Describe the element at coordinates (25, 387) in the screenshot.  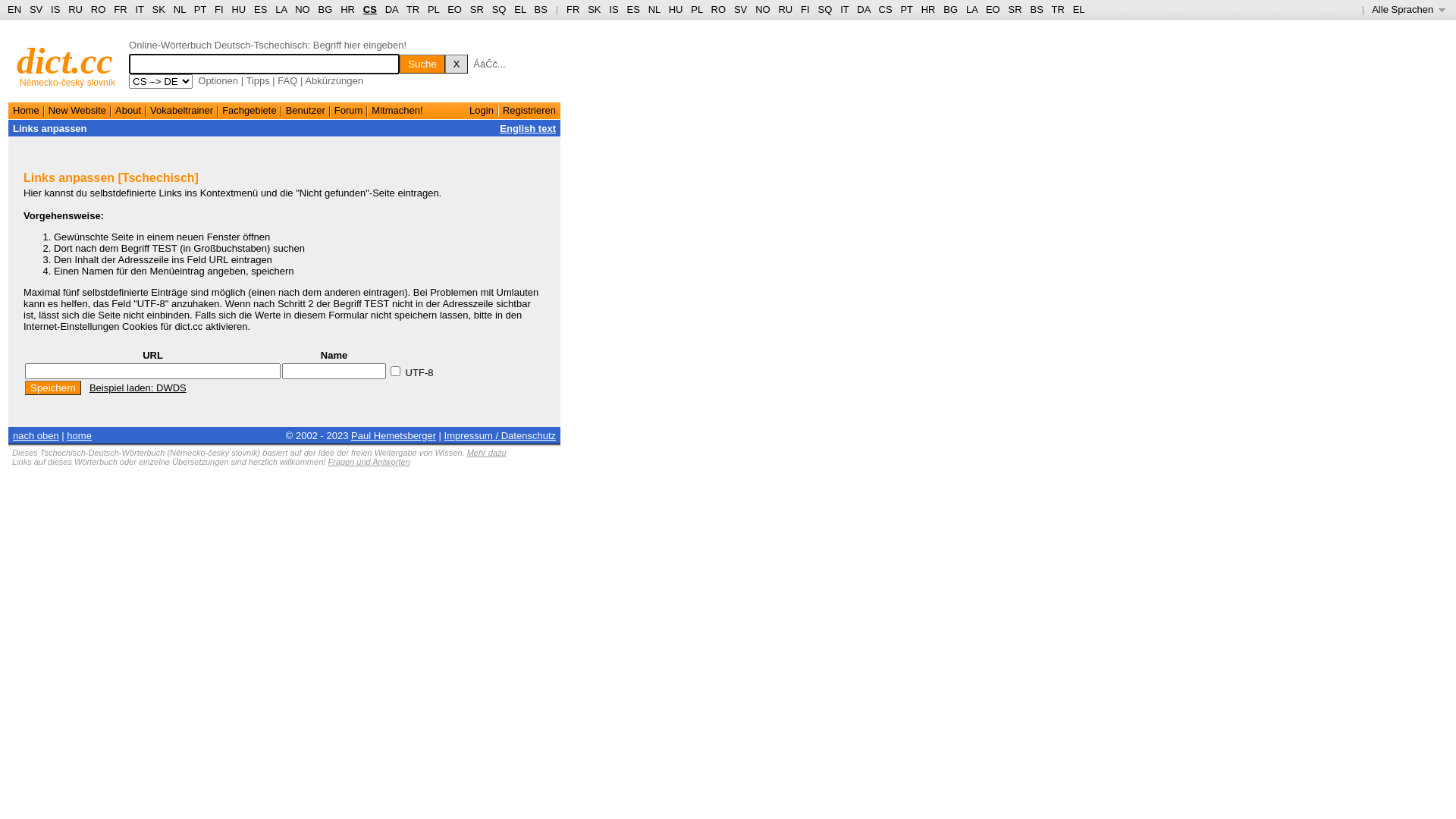
I see `'Speichern'` at that location.